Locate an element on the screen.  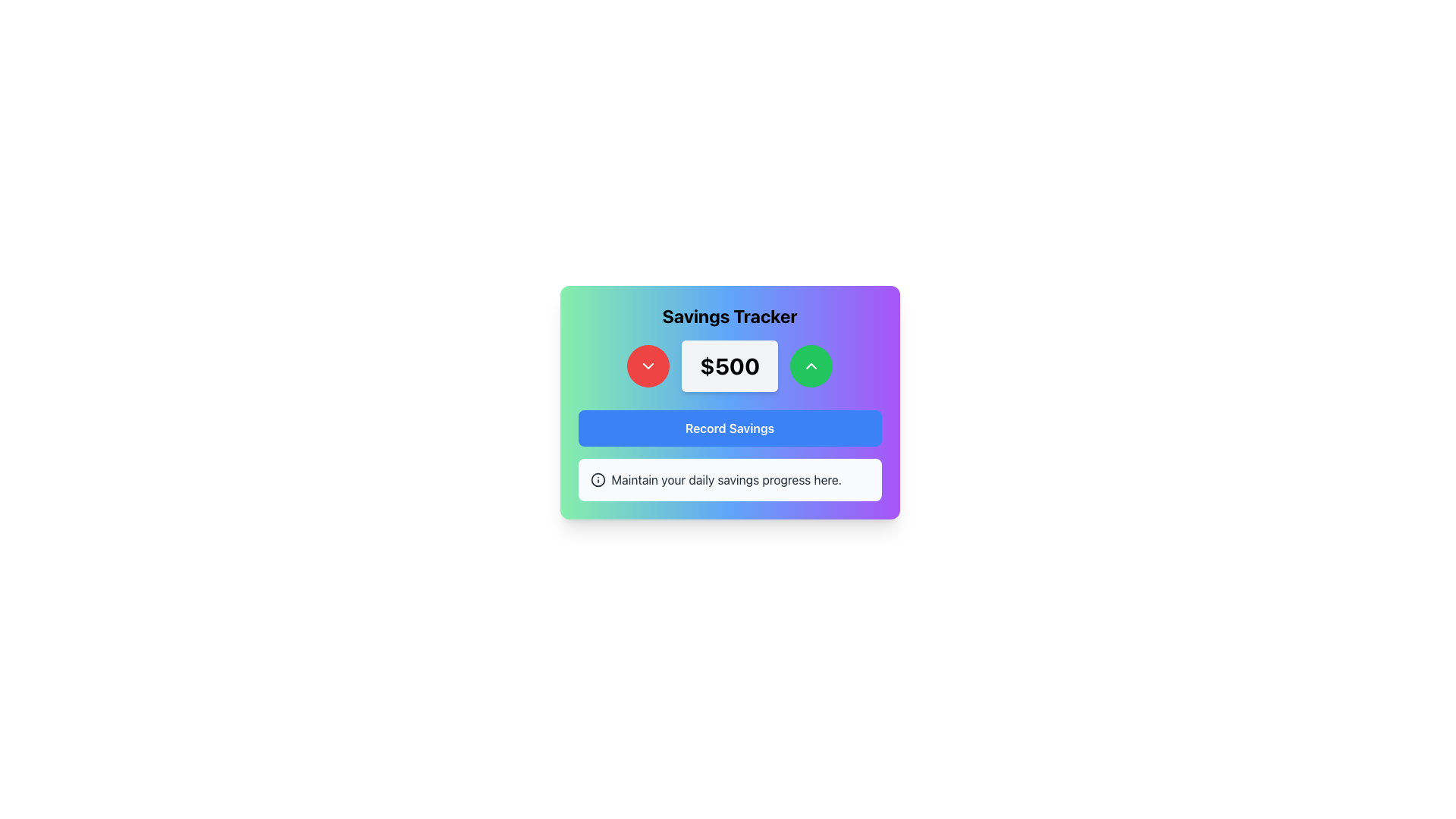
informational text box containing the message 'Maintain your daily savings progress here.' located below the blue 'Record Savings' button in the bottom section of the card component is located at coordinates (730, 479).